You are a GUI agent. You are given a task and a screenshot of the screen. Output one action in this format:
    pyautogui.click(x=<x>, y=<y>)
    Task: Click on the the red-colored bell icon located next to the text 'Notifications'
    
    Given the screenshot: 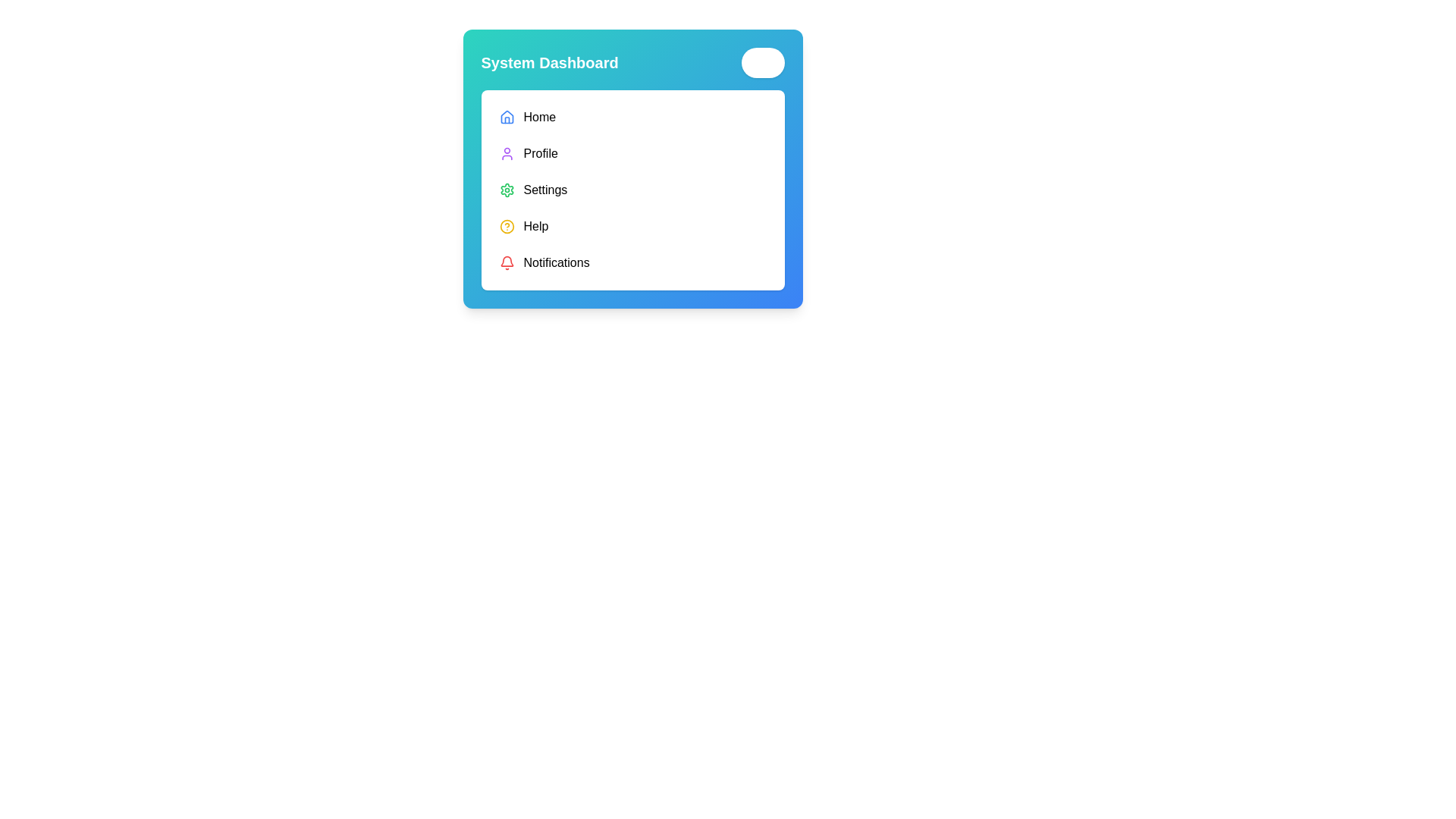 What is the action you would take?
    pyautogui.click(x=507, y=262)
    